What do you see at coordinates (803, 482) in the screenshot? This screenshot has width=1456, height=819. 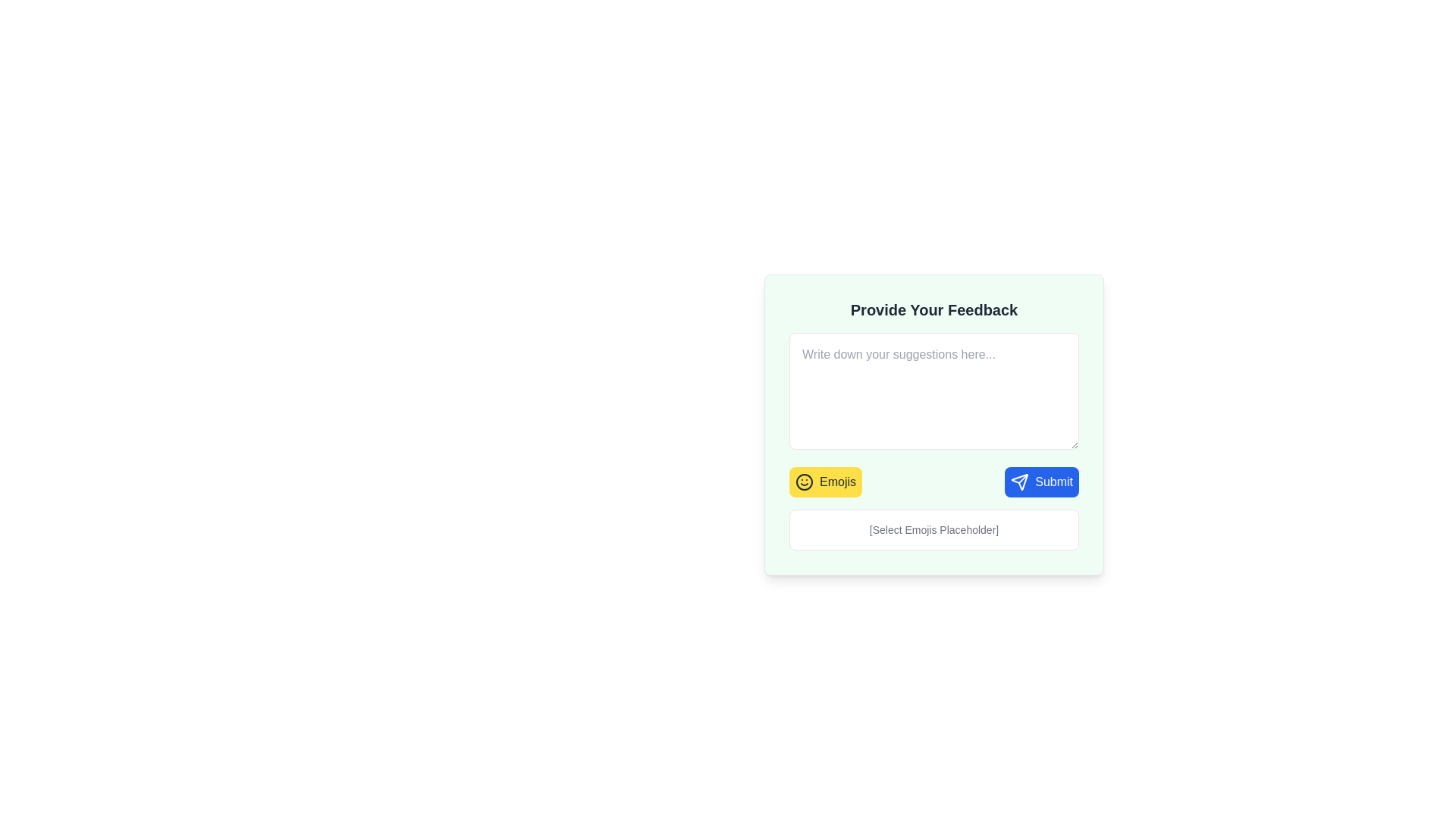 I see `the smiley face icon with a yellow background, adjacent to the 'Emojis' label in the feedback submission interface` at bounding box center [803, 482].